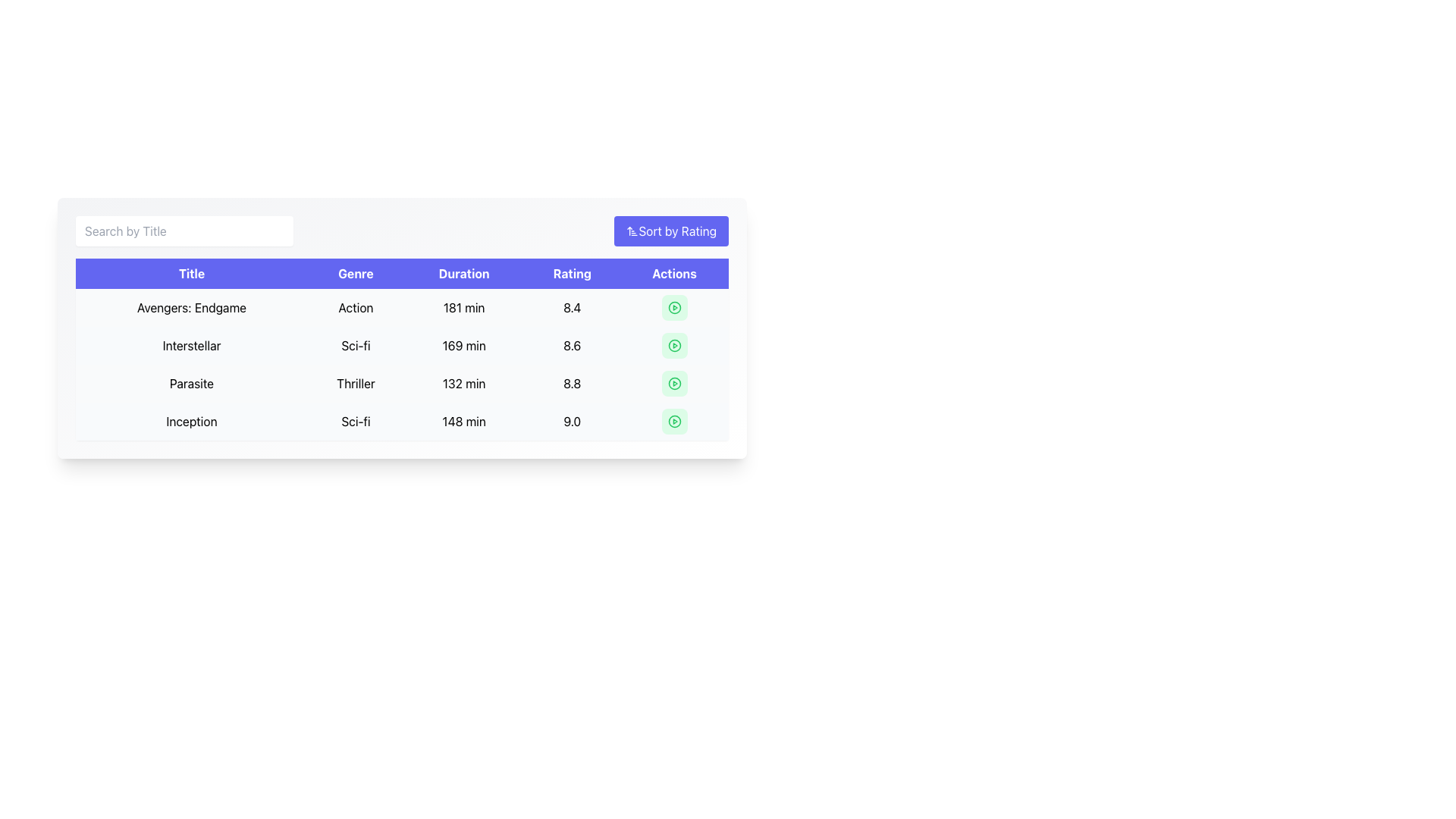 The width and height of the screenshot is (1456, 819). What do you see at coordinates (673, 421) in the screenshot?
I see `the action button in the last column of the 'Inception' row` at bounding box center [673, 421].